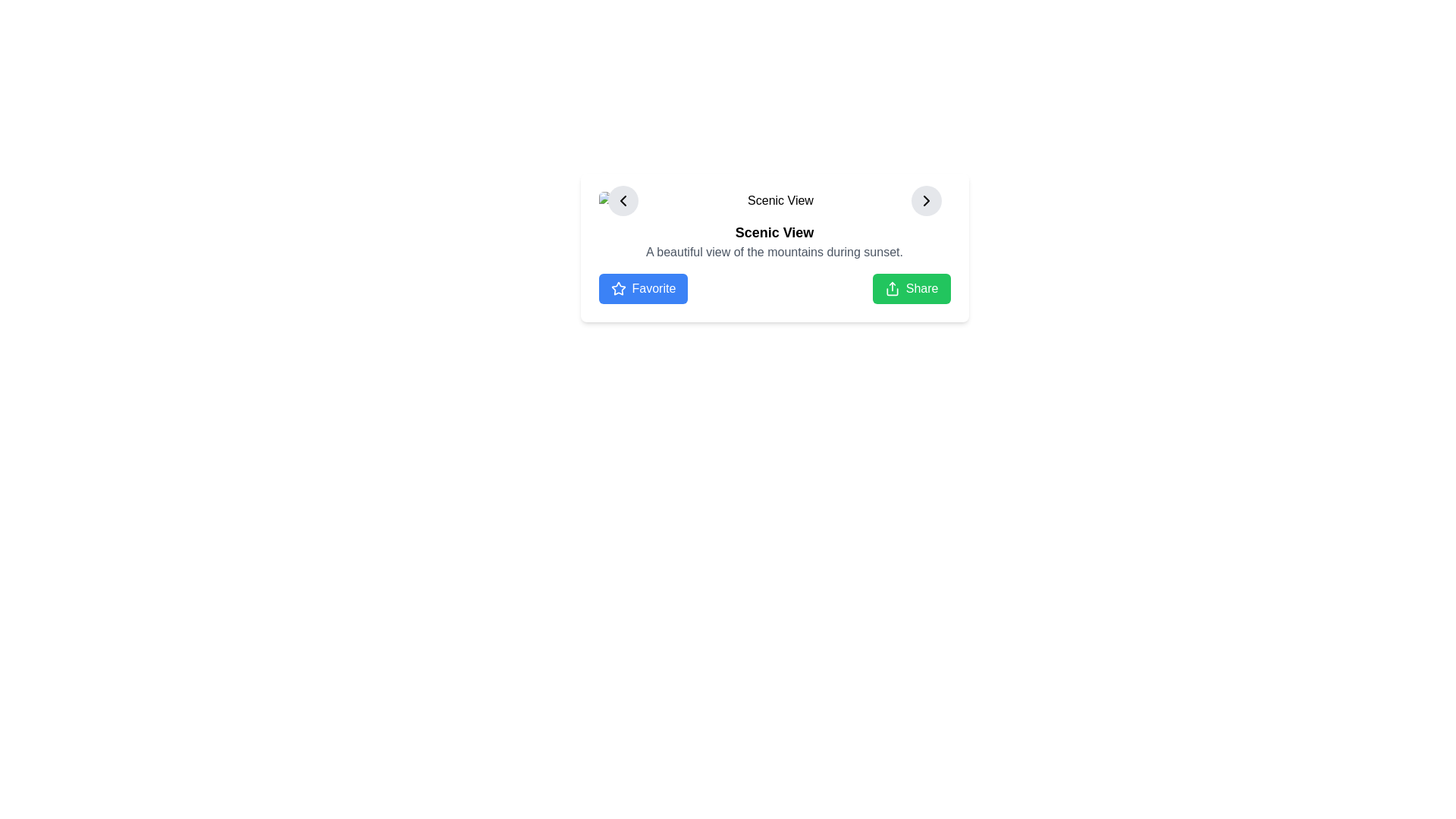 Image resolution: width=1456 pixels, height=819 pixels. Describe the element at coordinates (925, 200) in the screenshot. I see `the right-pointing chevron arrow icon inside the circular button with a light gray background located at the top right corner of the card interface` at that location.